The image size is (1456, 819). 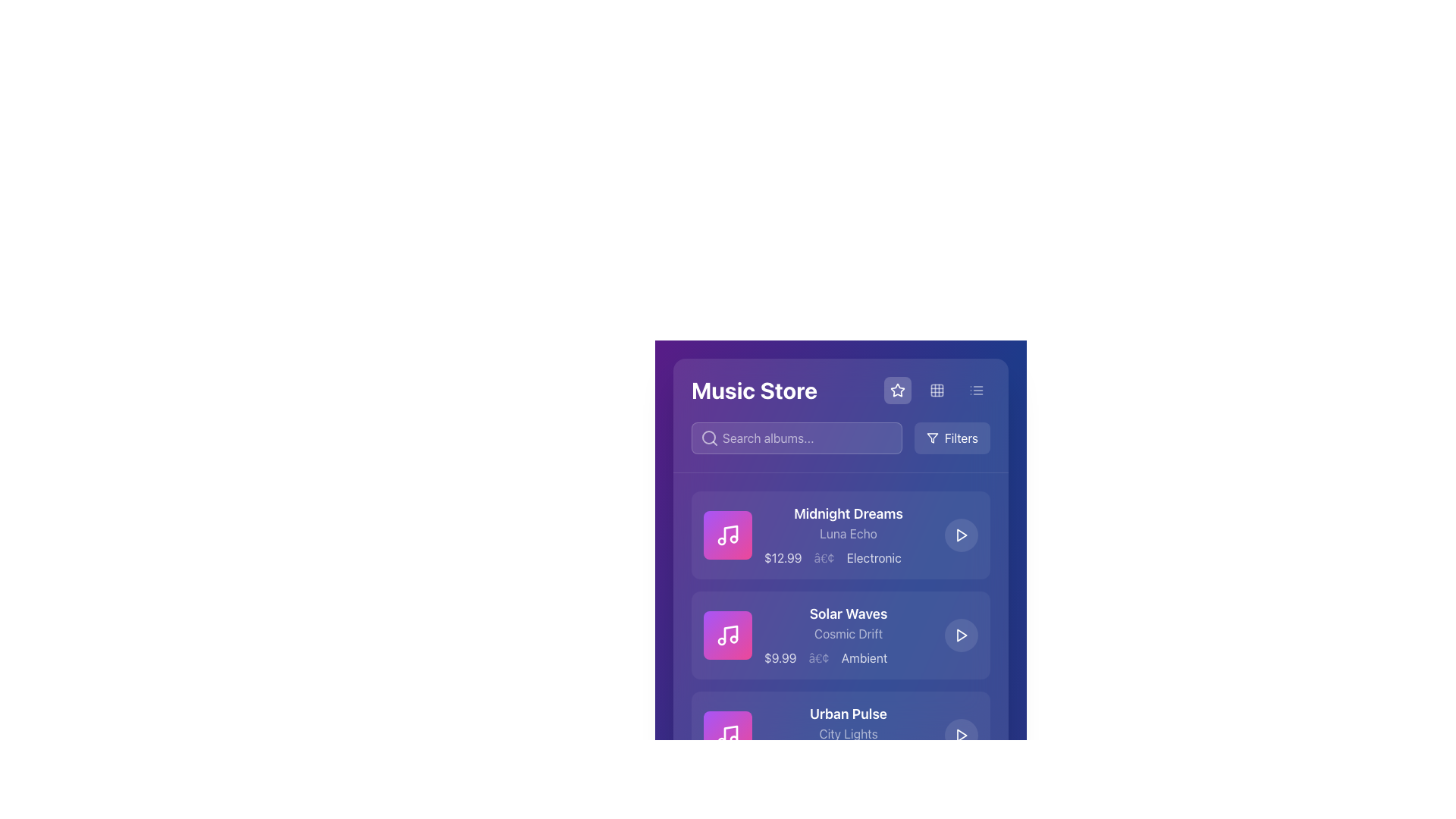 I want to click on the Play button icon, which is a white outlined triangle on a blue background, located to the right of the song titled 'Urban Pulse', so click(x=960, y=734).